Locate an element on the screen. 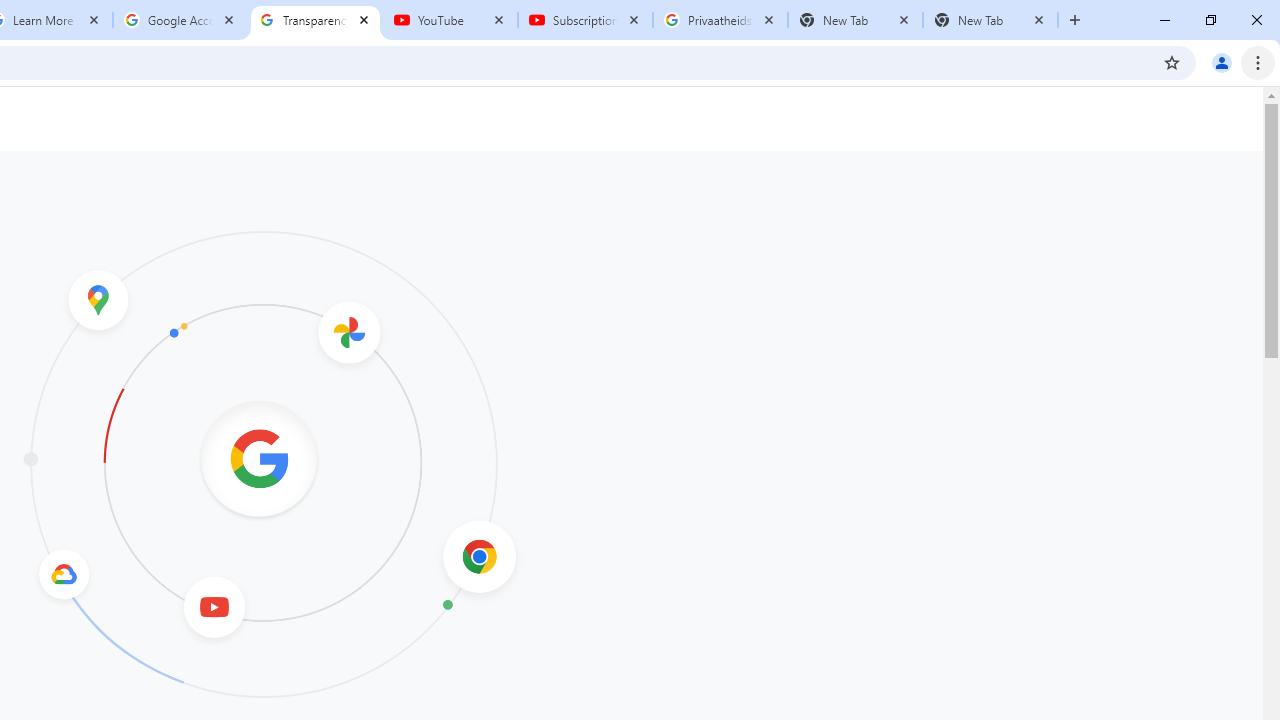  'You' is located at coordinates (1220, 61).